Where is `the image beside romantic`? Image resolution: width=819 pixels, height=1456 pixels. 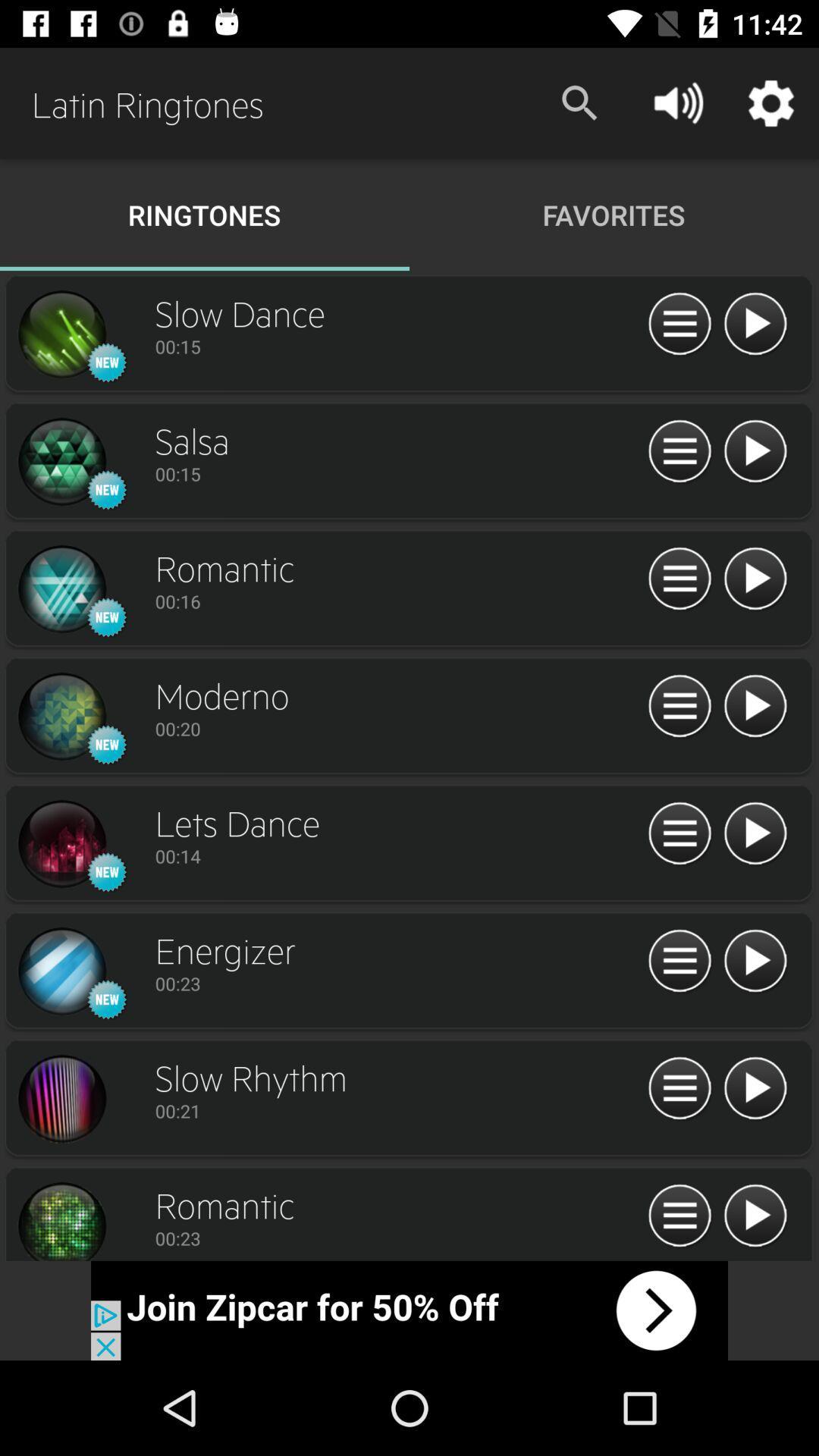 the image beside romantic is located at coordinates (61, 1219).